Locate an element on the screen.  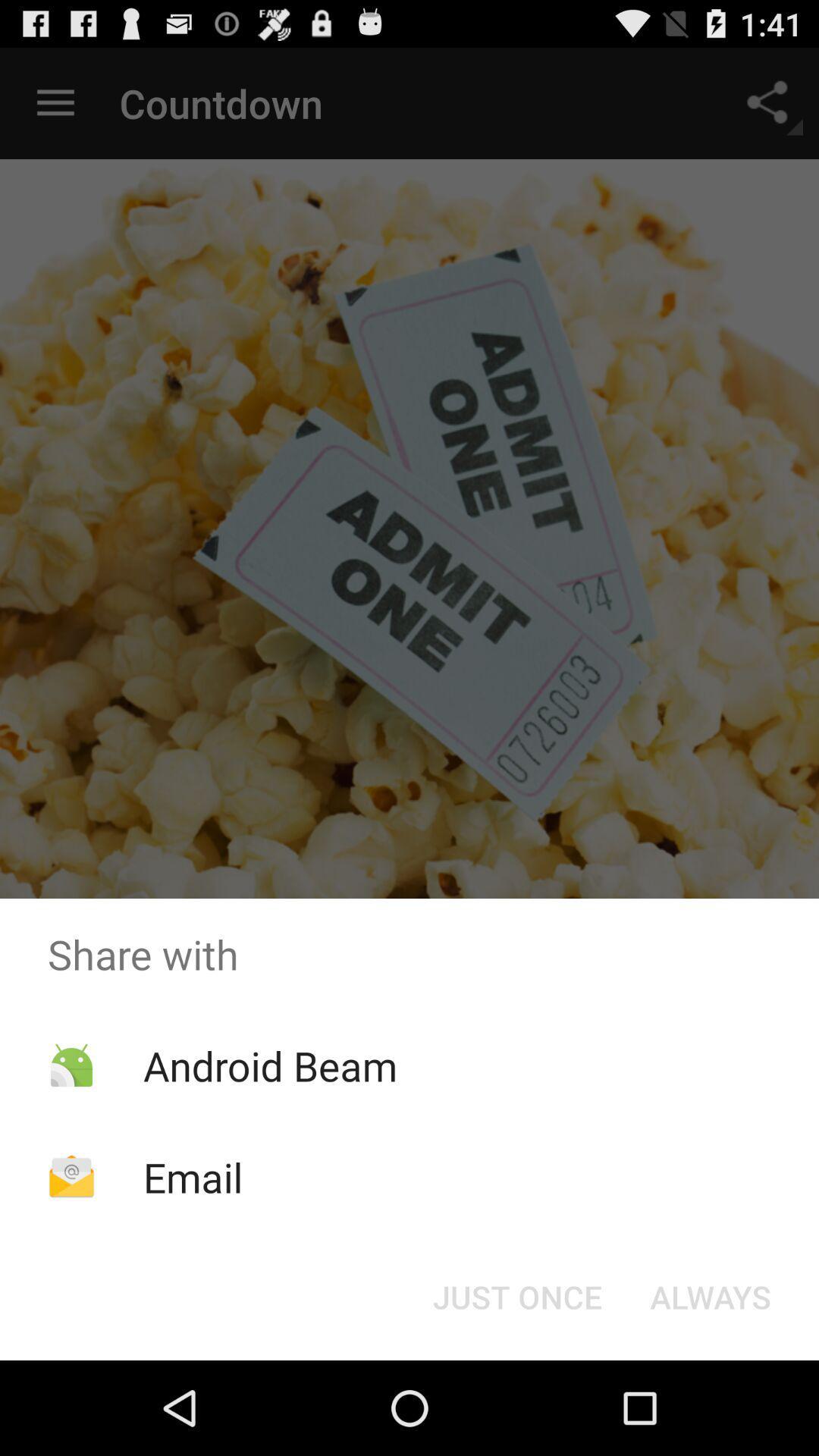
always icon is located at coordinates (711, 1295).